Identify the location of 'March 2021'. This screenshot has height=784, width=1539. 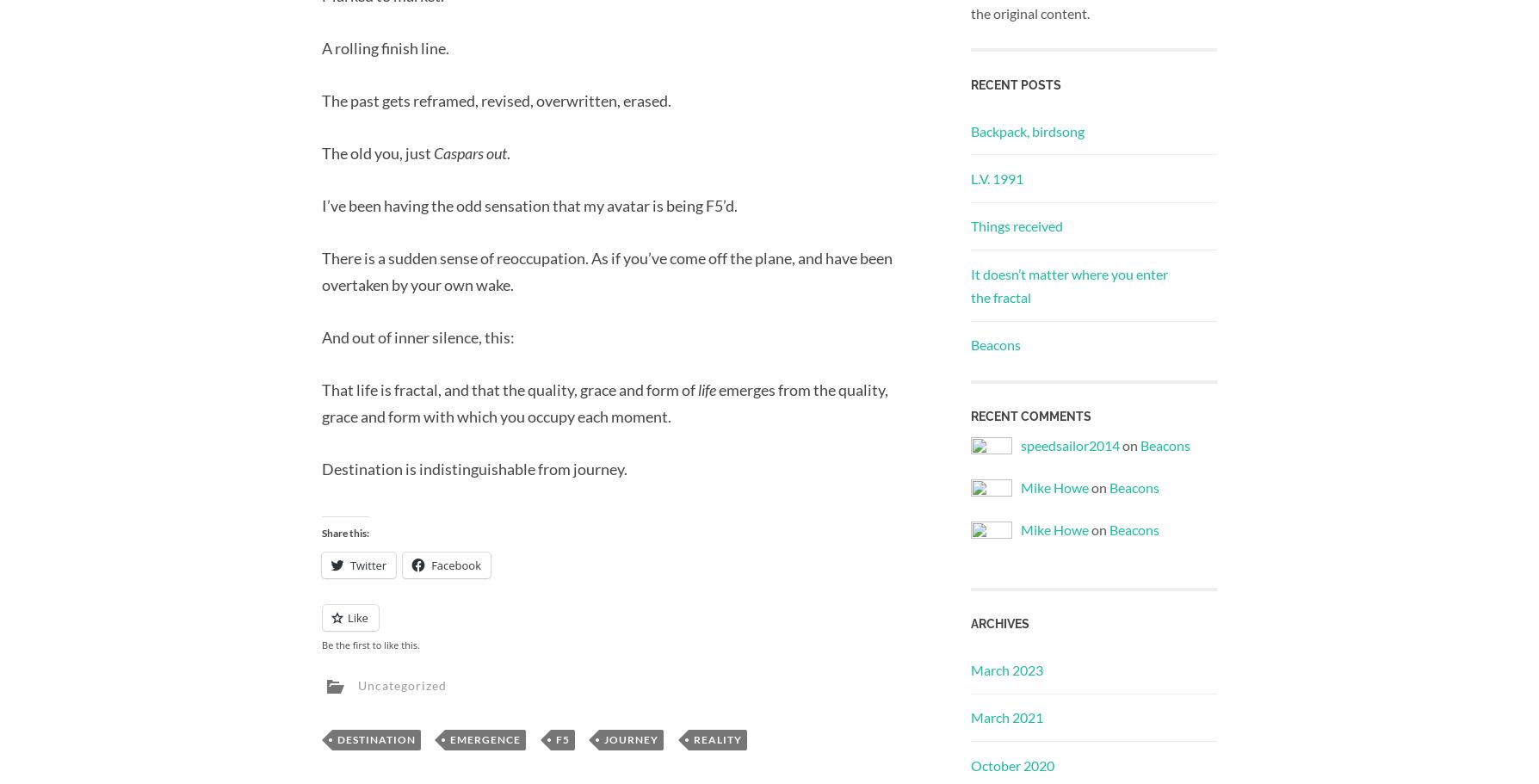
(1006, 716).